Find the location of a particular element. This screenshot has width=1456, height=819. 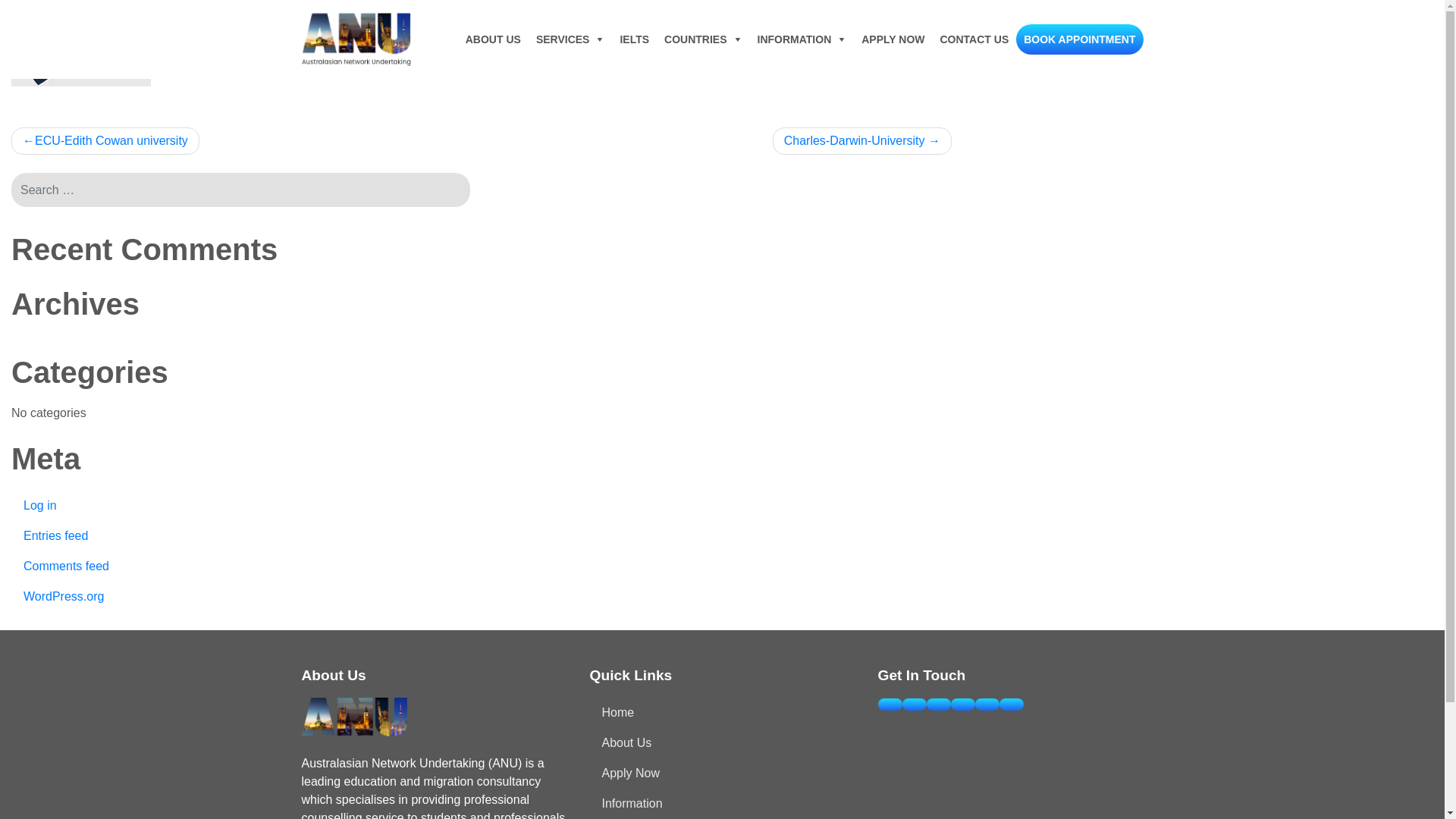

'COUNTRIES' is located at coordinates (656, 38).